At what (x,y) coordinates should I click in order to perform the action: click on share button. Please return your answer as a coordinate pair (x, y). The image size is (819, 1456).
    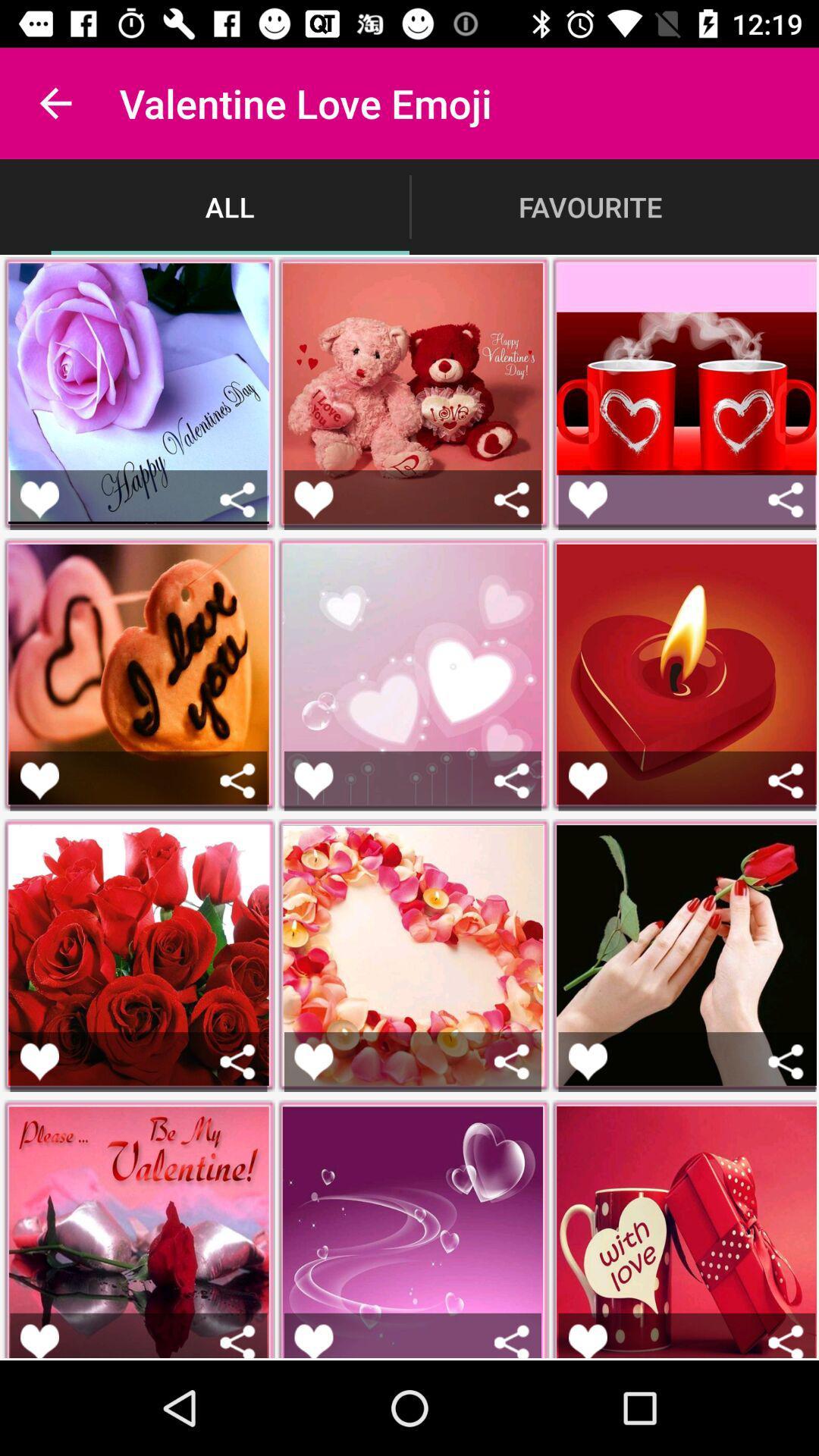
    Looking at the image, I should click on (512, 500).